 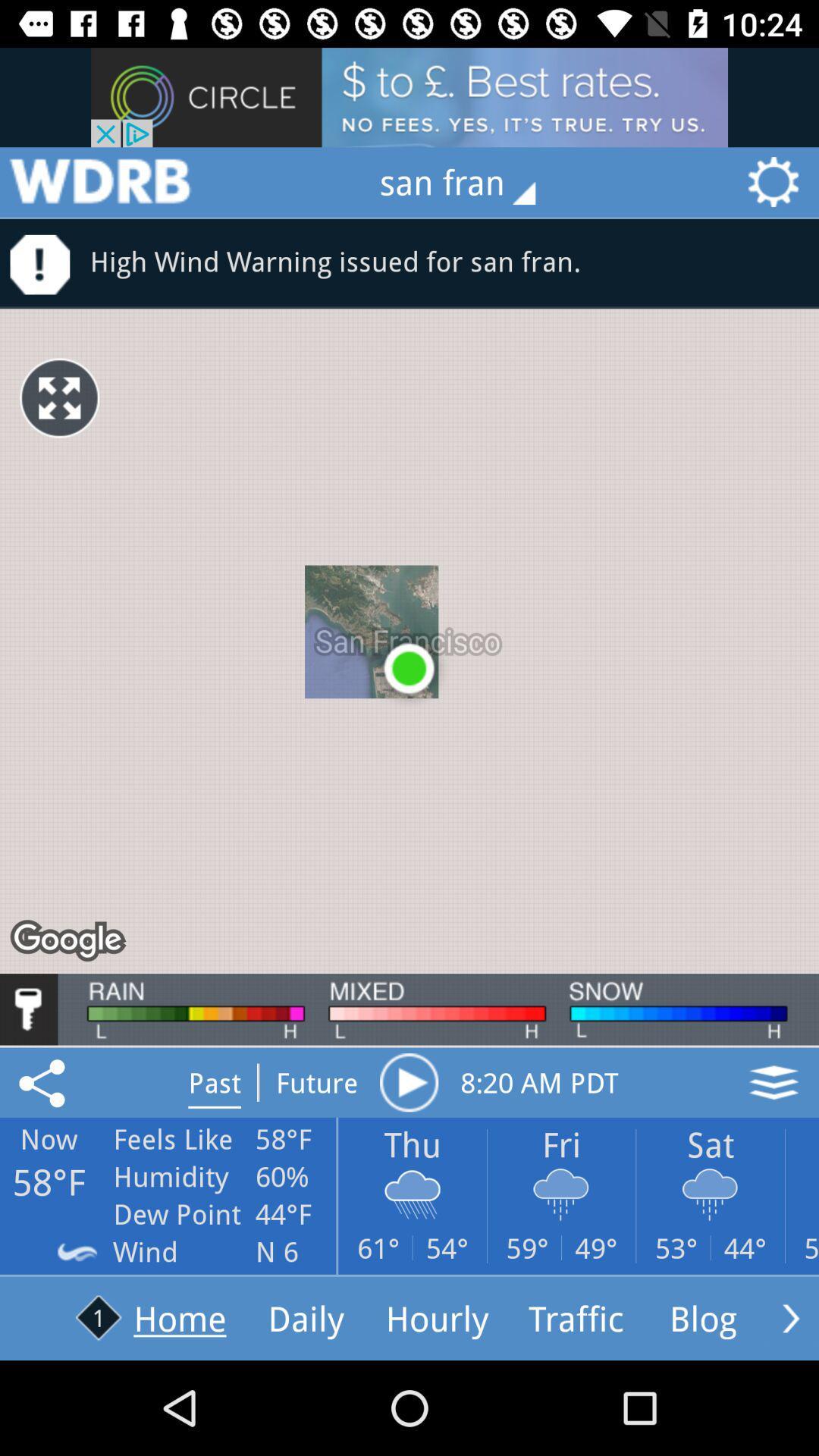 What do you see at coordinates (409, 96) in the screenshot?
I see `advertisement` at bounding box center [409, 96].